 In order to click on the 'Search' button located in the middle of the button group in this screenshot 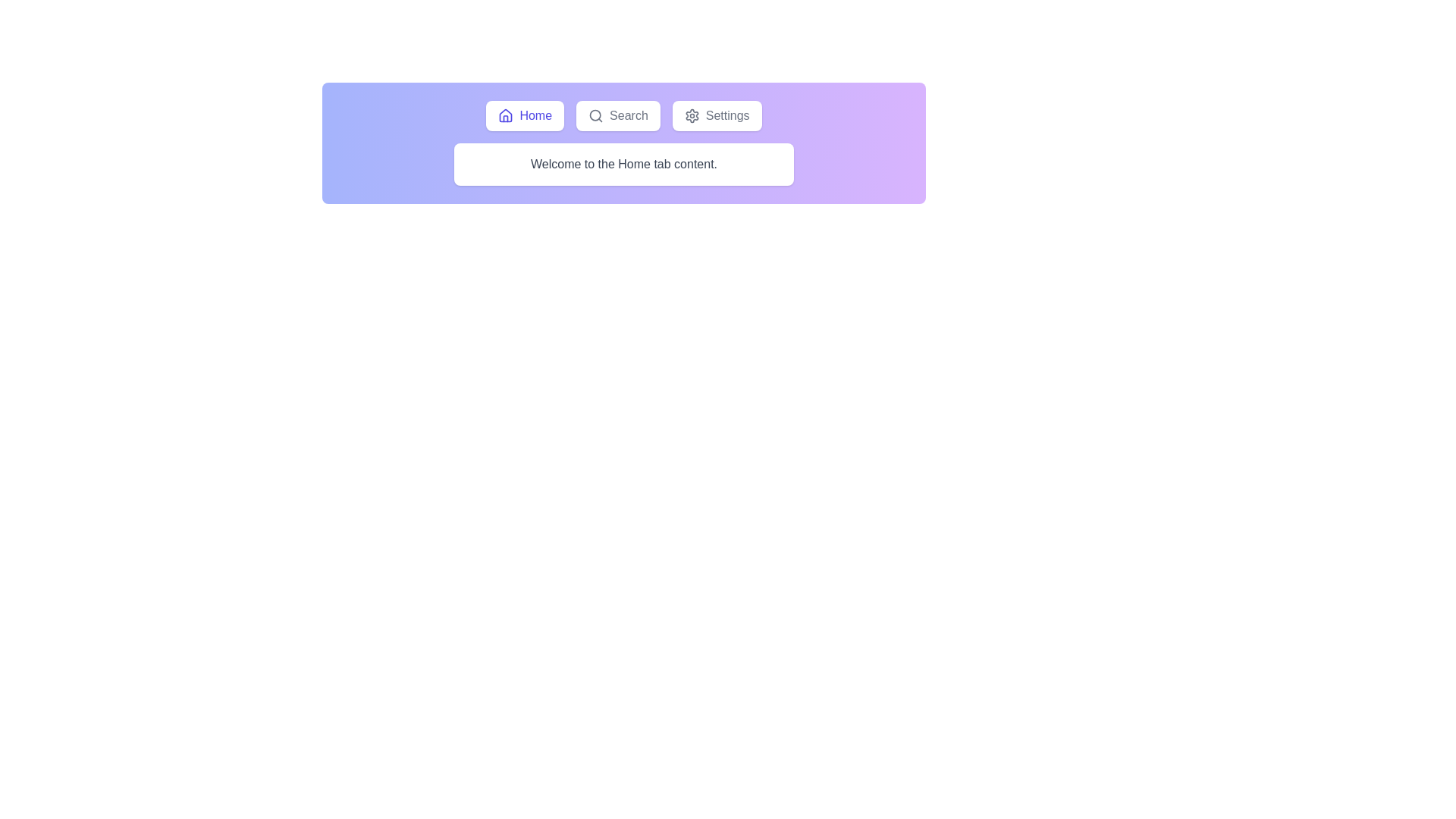, I will do `click(618, 115)`.